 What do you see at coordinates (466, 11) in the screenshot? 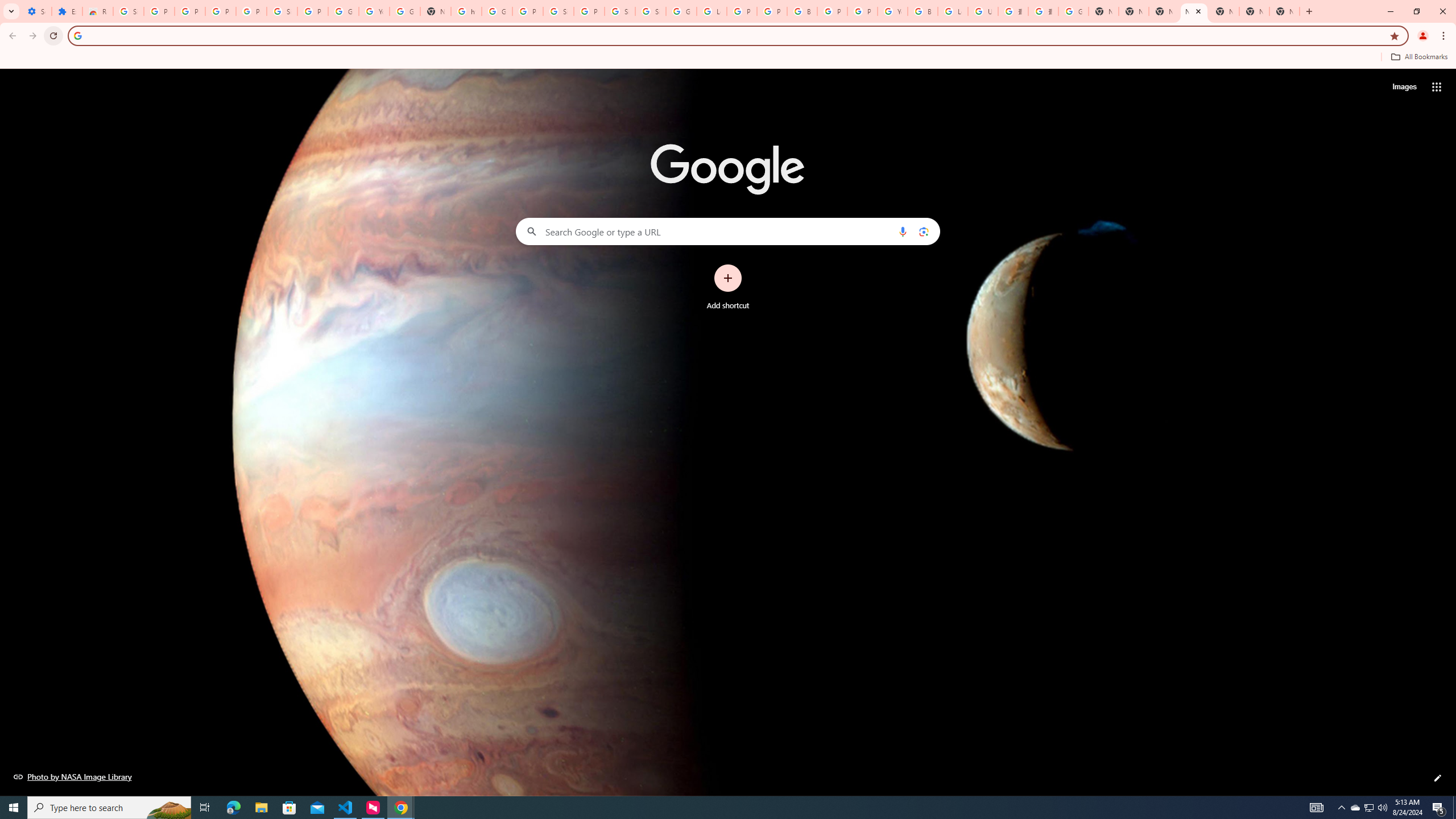
I see `'https://scholar.google.com/'` at bounding box center [466, 11].